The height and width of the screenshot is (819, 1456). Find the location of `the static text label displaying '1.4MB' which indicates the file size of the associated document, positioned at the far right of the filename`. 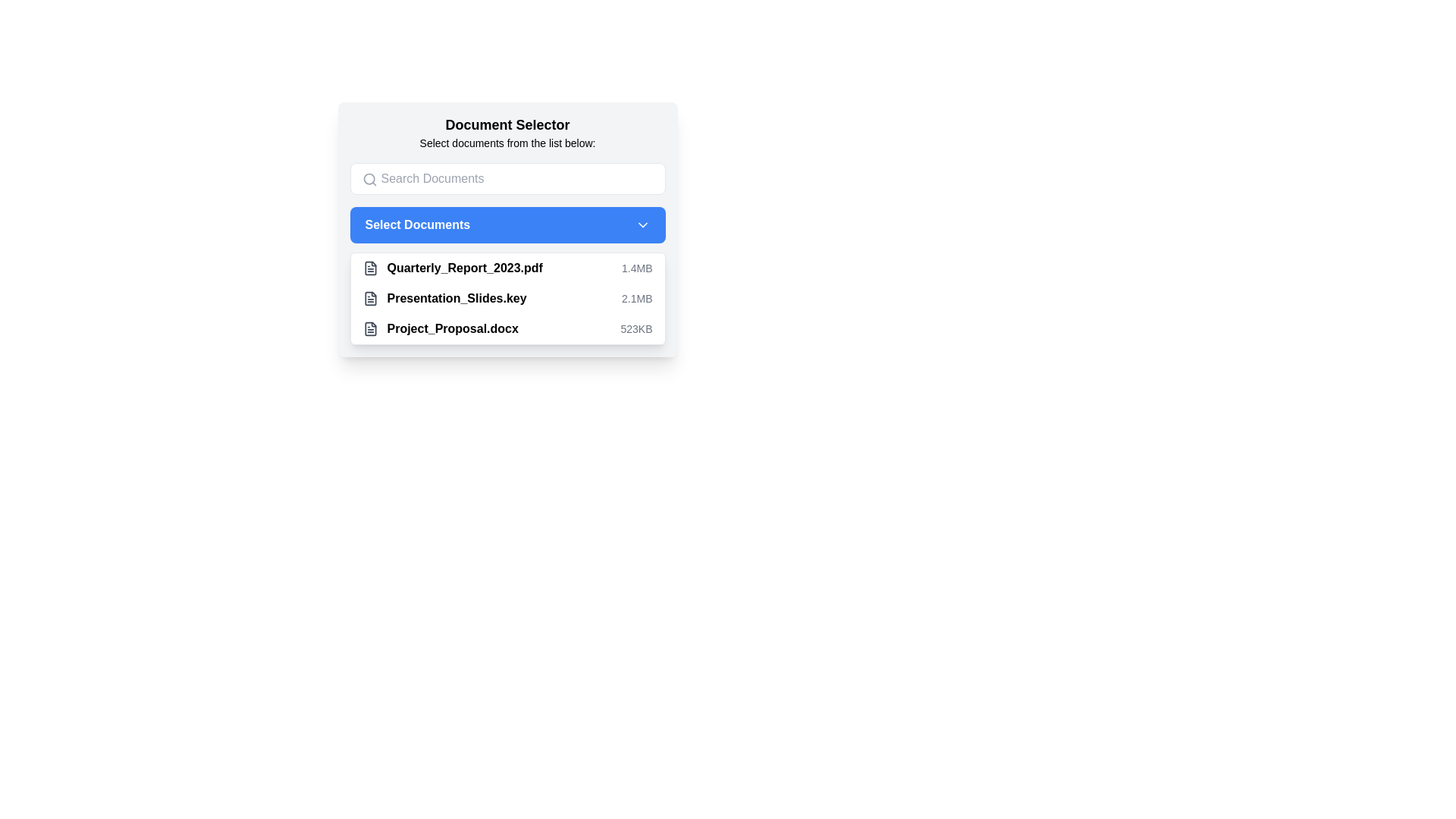

the static text label displaying '1.4MB' which indicates the file size of the associated document, positioned at the far right of the filename is located at coordinates (637, 268).